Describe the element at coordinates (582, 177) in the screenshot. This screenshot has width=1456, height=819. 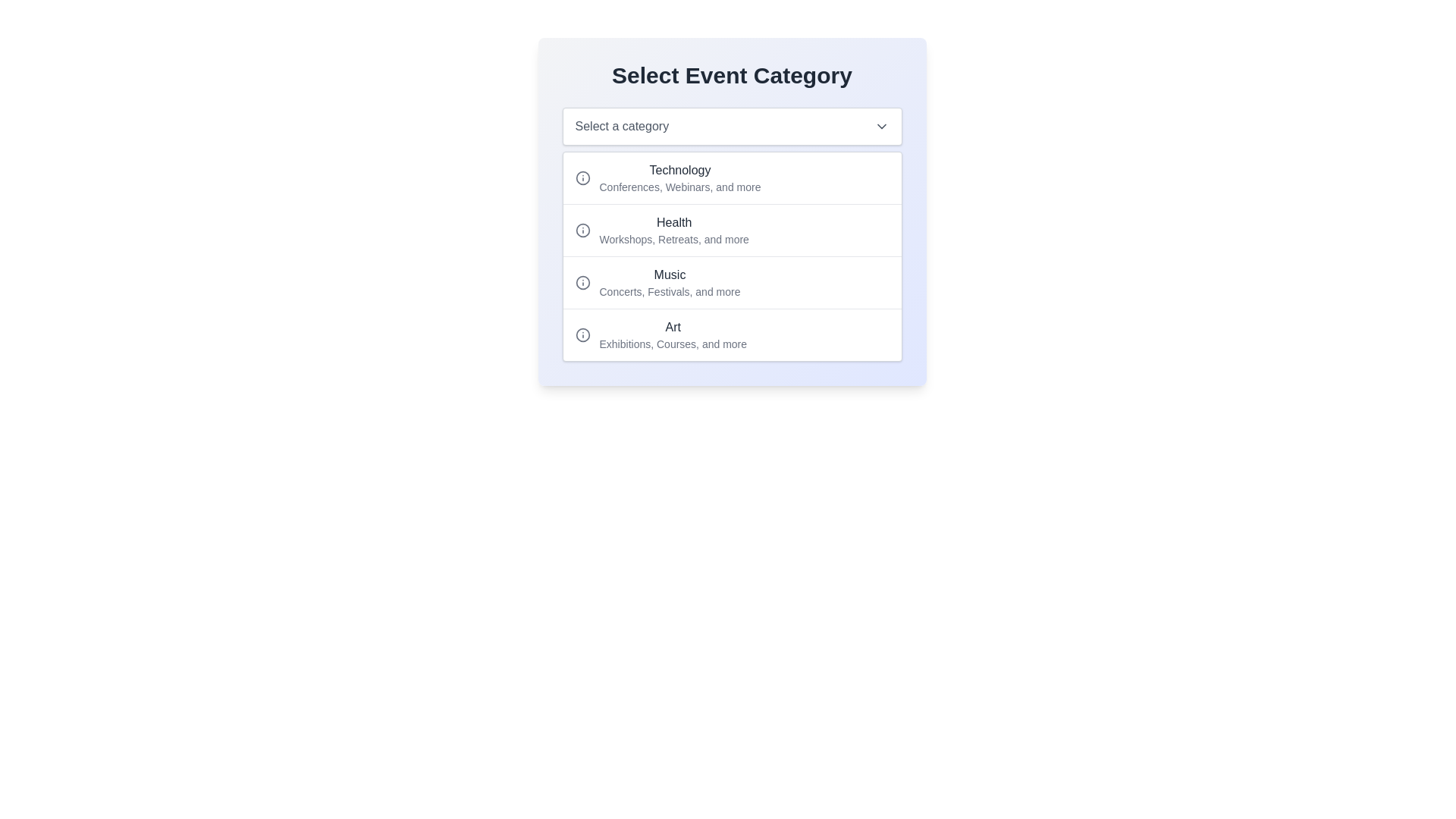
I see `the circular SVG element with a radius of 10 units, styled with a gray stroke, located to the left of the 'Technology' text in the first row of the category list` at that location.